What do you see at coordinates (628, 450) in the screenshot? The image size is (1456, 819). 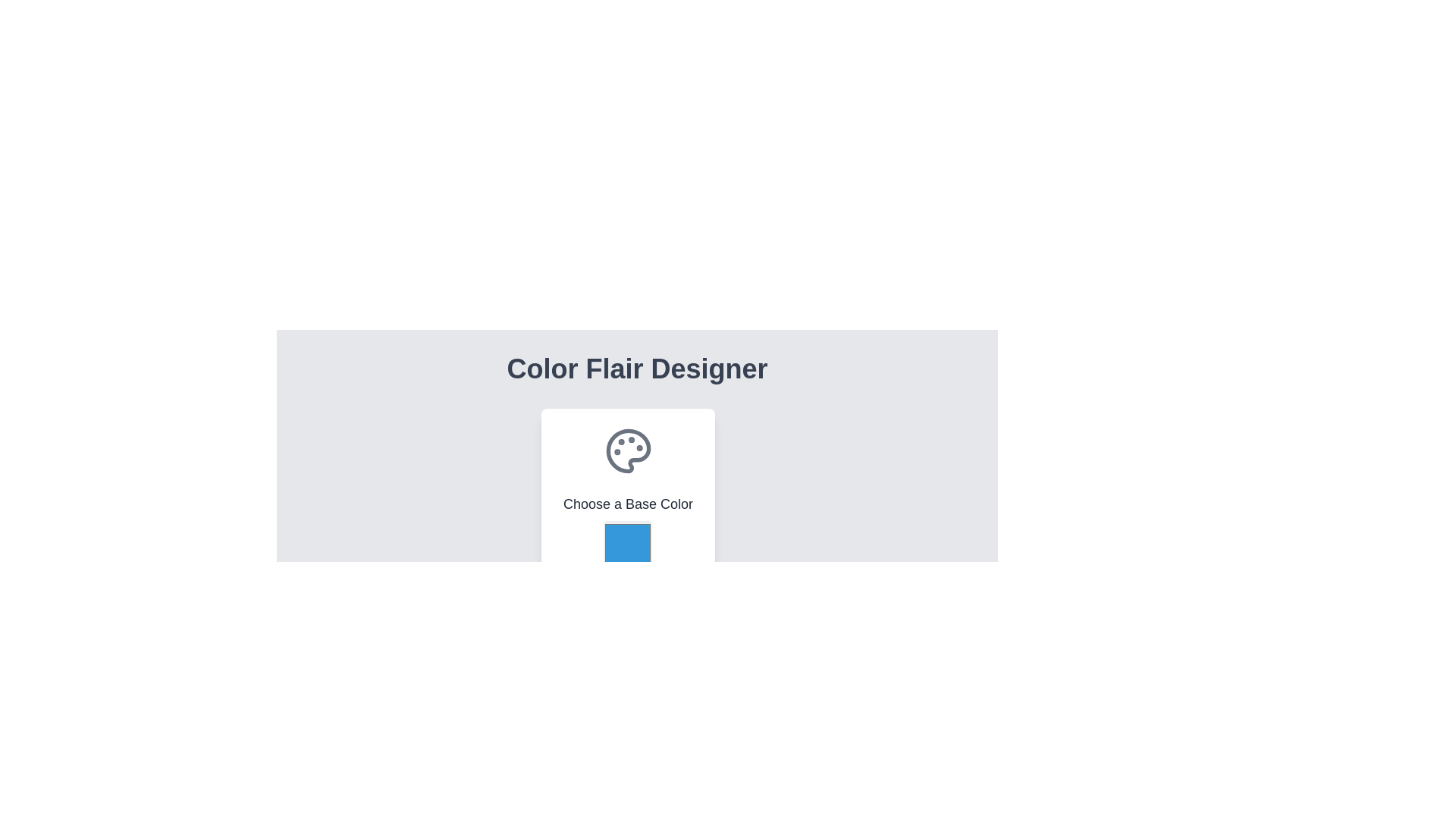 I see `the illustrative vector icon representing the color palette` at bounding box center [628, 450].